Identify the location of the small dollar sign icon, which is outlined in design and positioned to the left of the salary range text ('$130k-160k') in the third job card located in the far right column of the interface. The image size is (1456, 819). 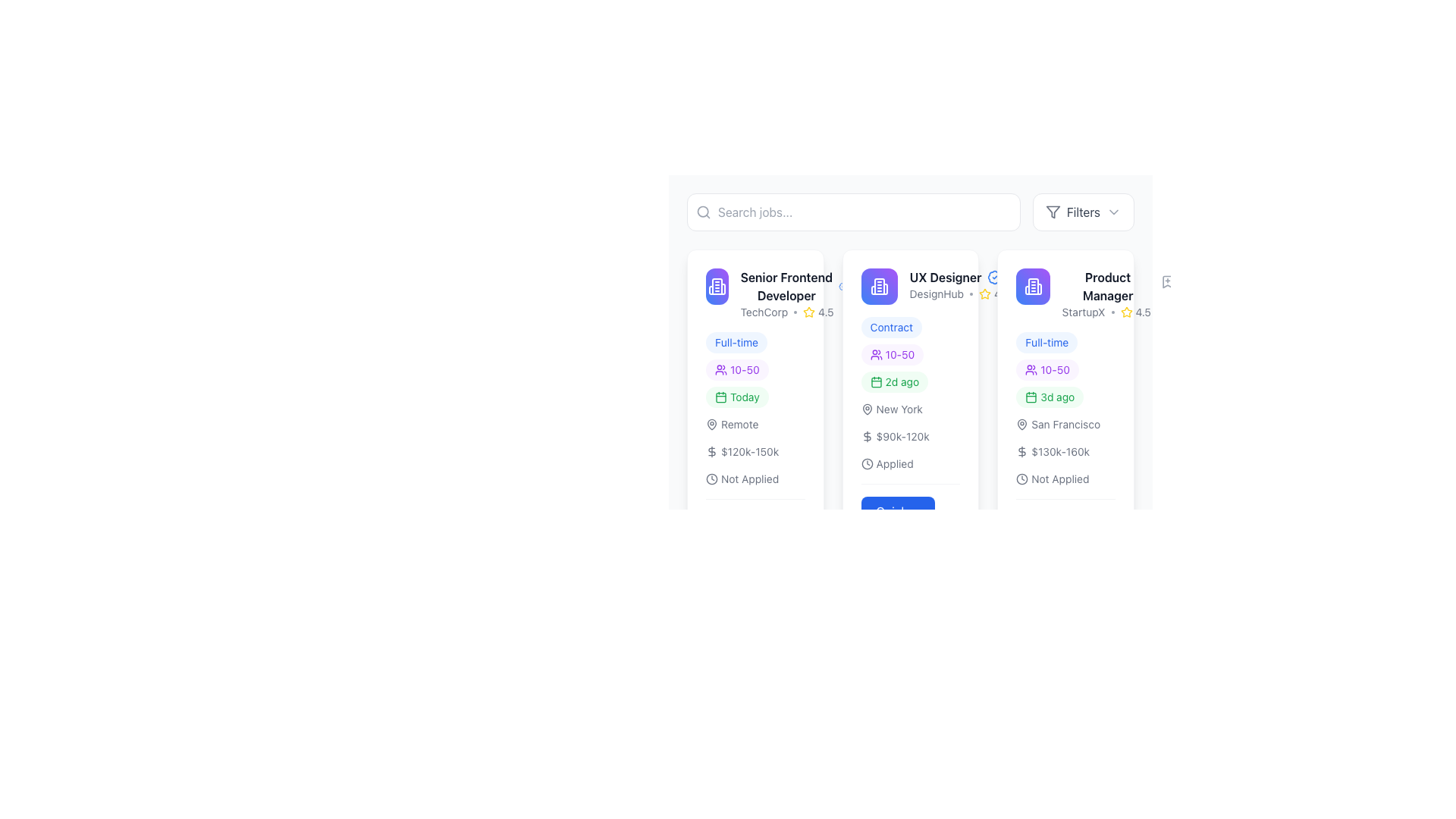
(1022, 451).